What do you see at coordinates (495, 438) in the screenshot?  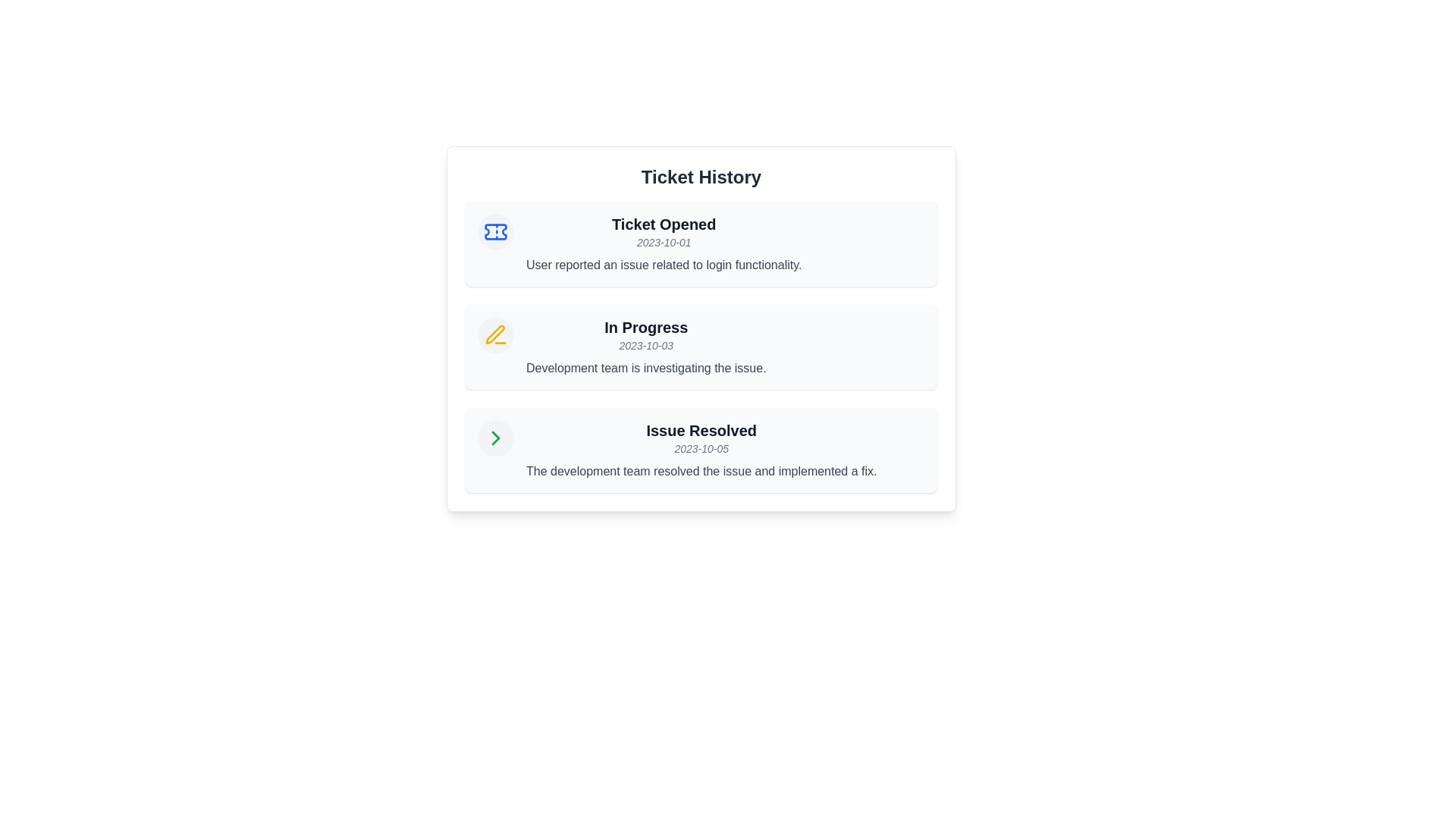 I see `the chevron icon located to the left of the 'Issue Resolved' text block in the 'Ticket History' section` at bounding box center [495, 438].